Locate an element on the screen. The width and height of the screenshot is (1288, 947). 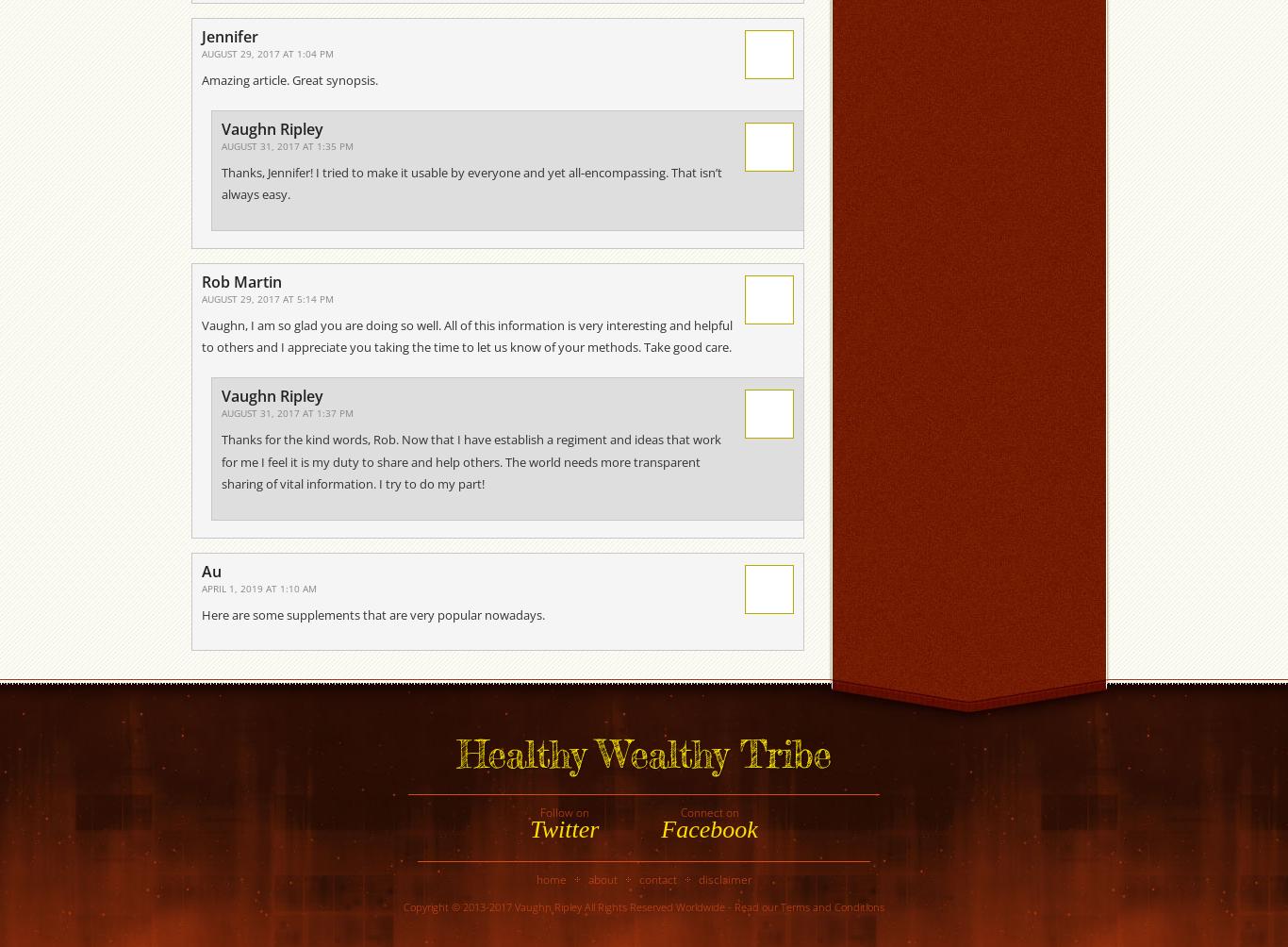
'Facebook' is located at coordinates (708, 828).